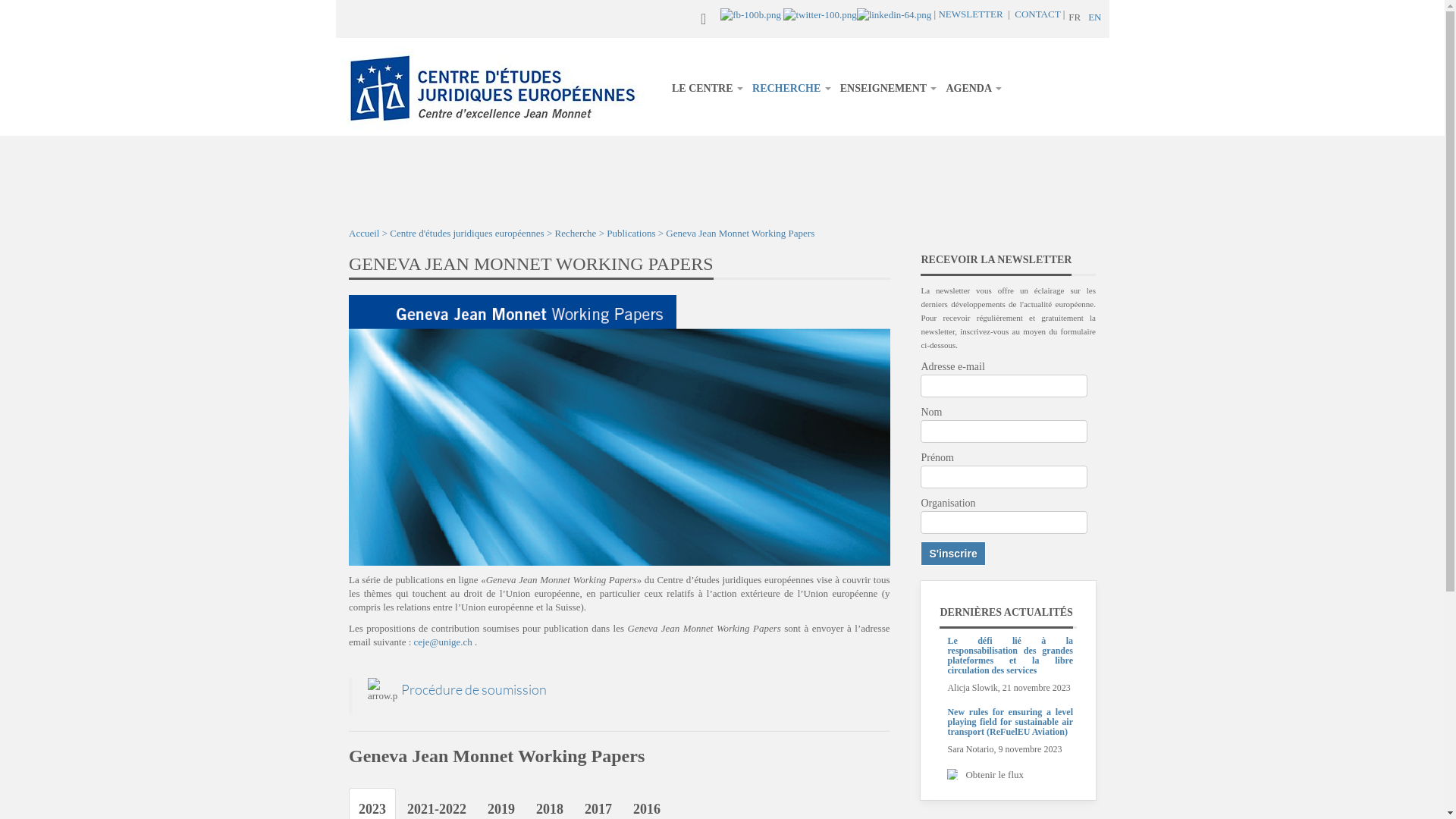 Image resolution: width=1456 pixels, height=819 pixels. Describe the element at coordinates (888, 88) in the screenshot. I see `'ENSEIGNEMENT'` at that location.